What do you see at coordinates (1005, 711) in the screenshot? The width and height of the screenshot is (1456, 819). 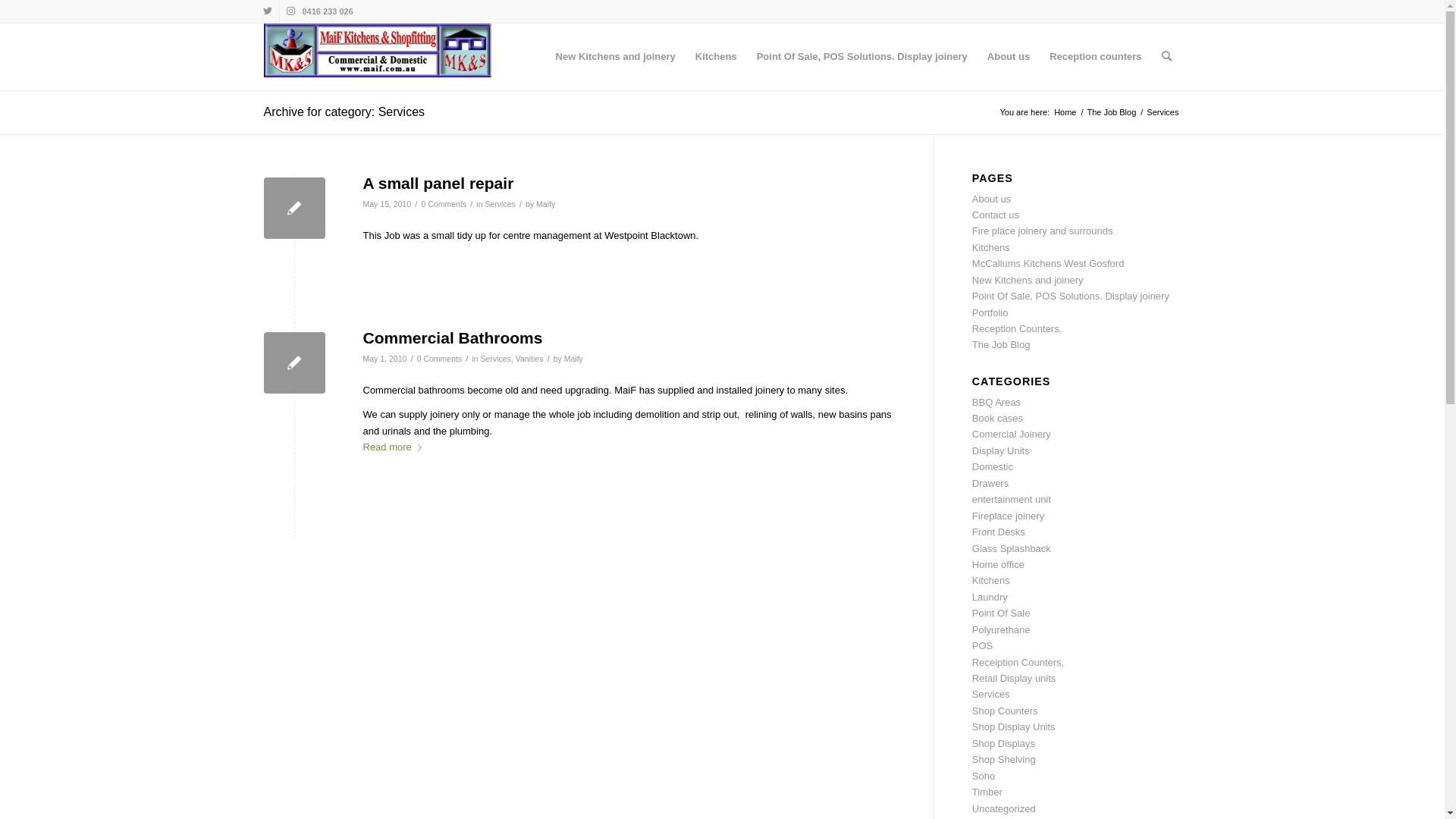 I see `'Shop Counters'` at bounding box center [1005, 711].